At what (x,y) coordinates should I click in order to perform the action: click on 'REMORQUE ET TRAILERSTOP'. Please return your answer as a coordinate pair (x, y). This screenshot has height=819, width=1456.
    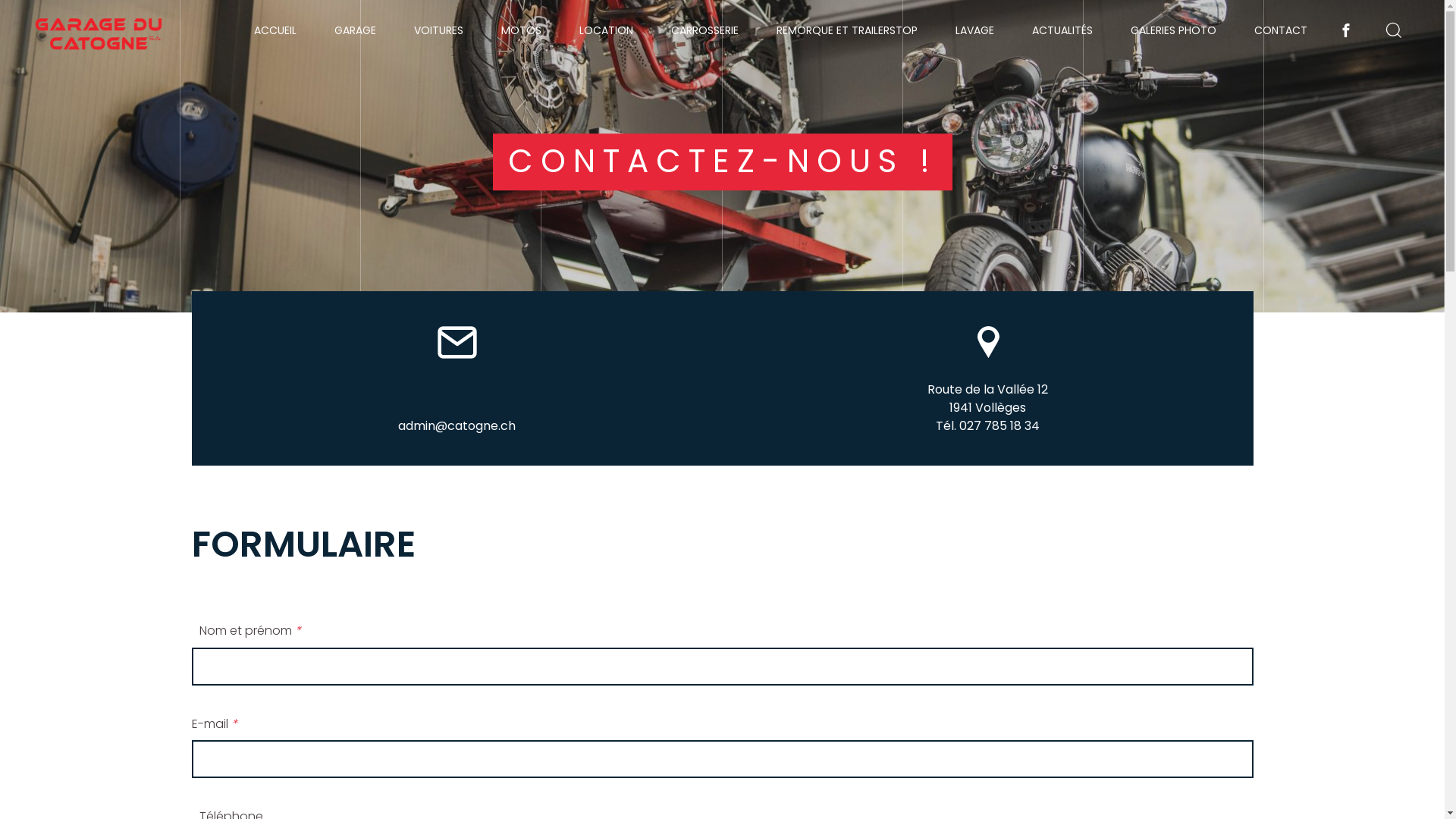
    Looking at the image, I should click on (846, 30).